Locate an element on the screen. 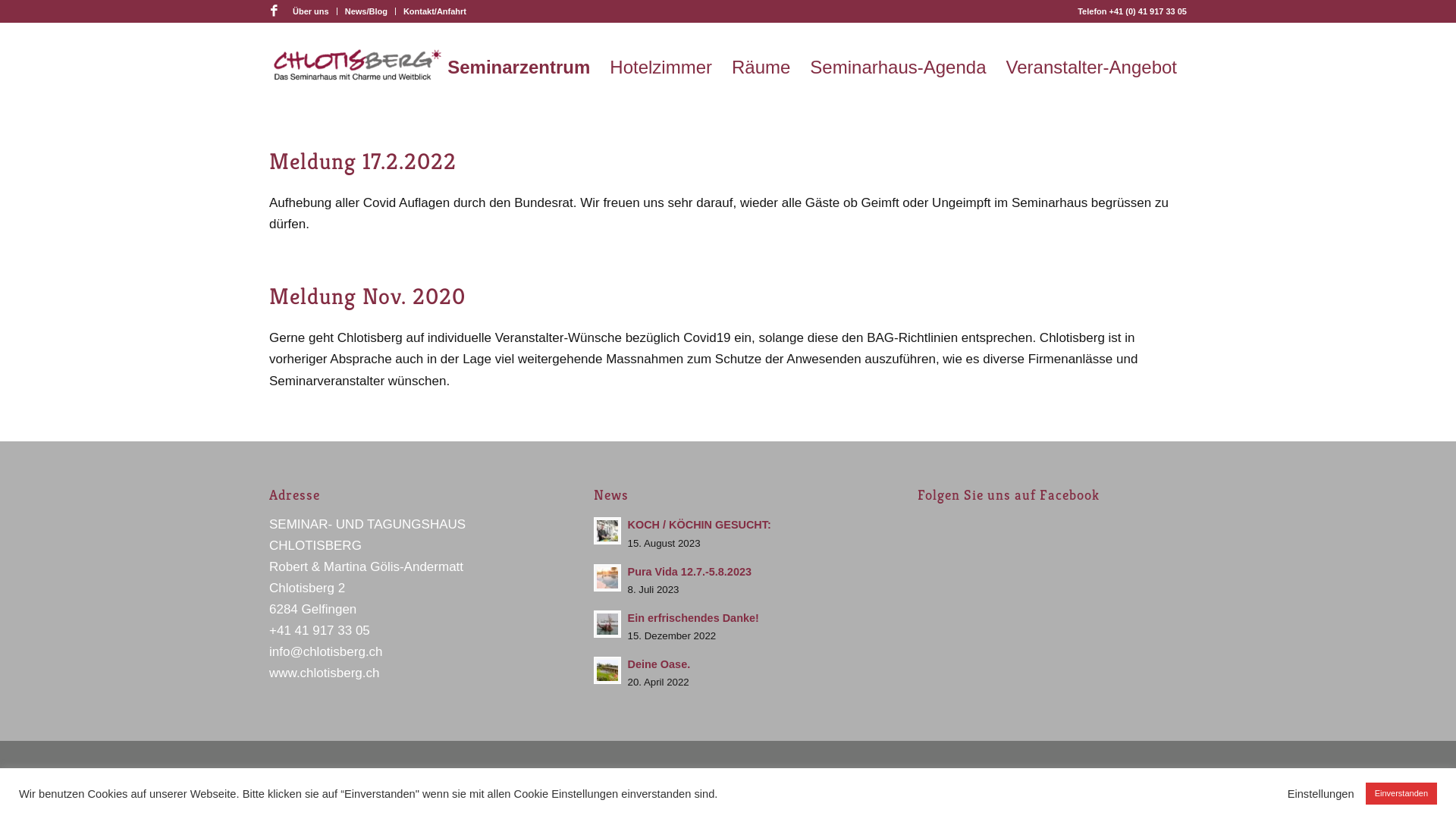  'News/Blog' is located at coordinates (366, 11).